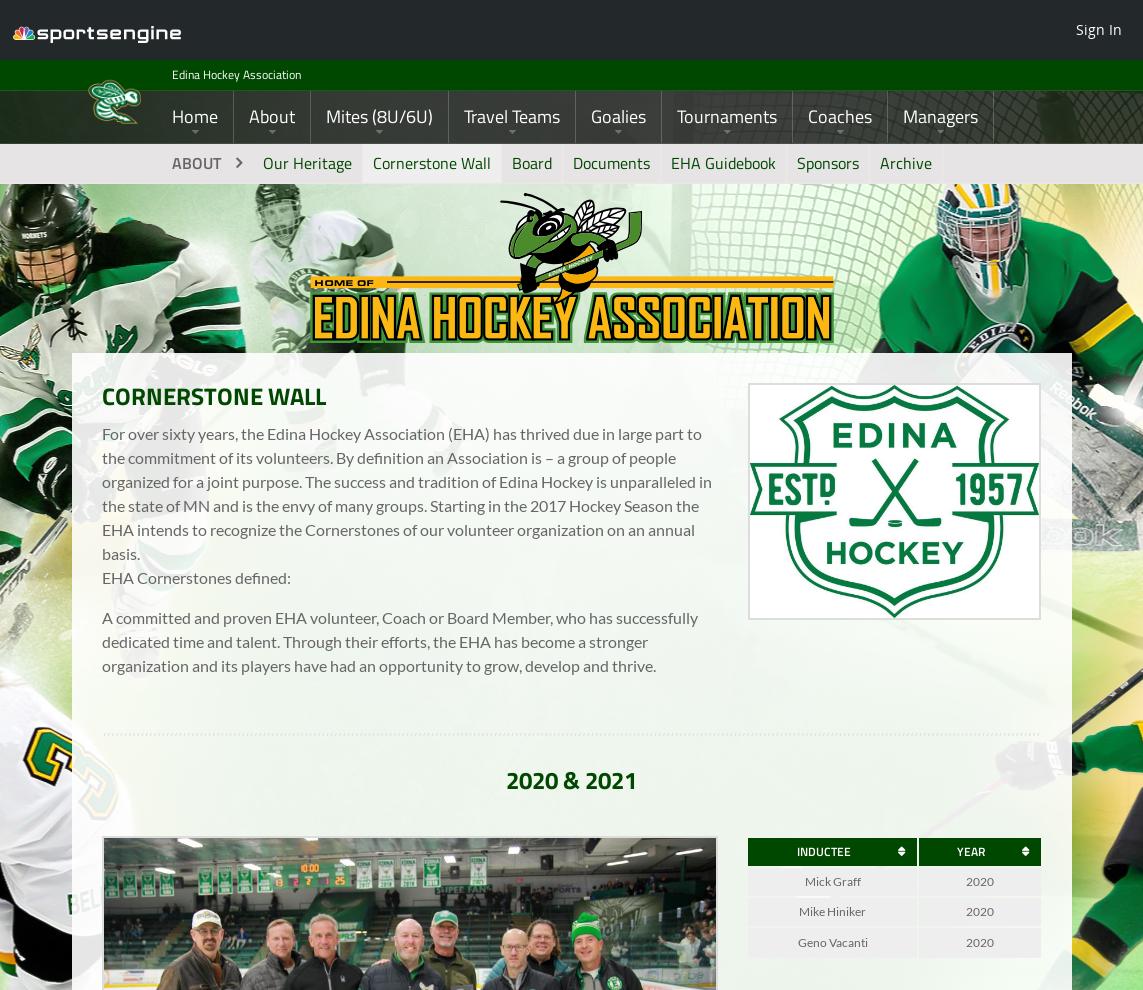  What do you see at coordinates (830, 956) in the screenshot?
I see `'Geno Vacanti'` at bounding box center [830, 956].